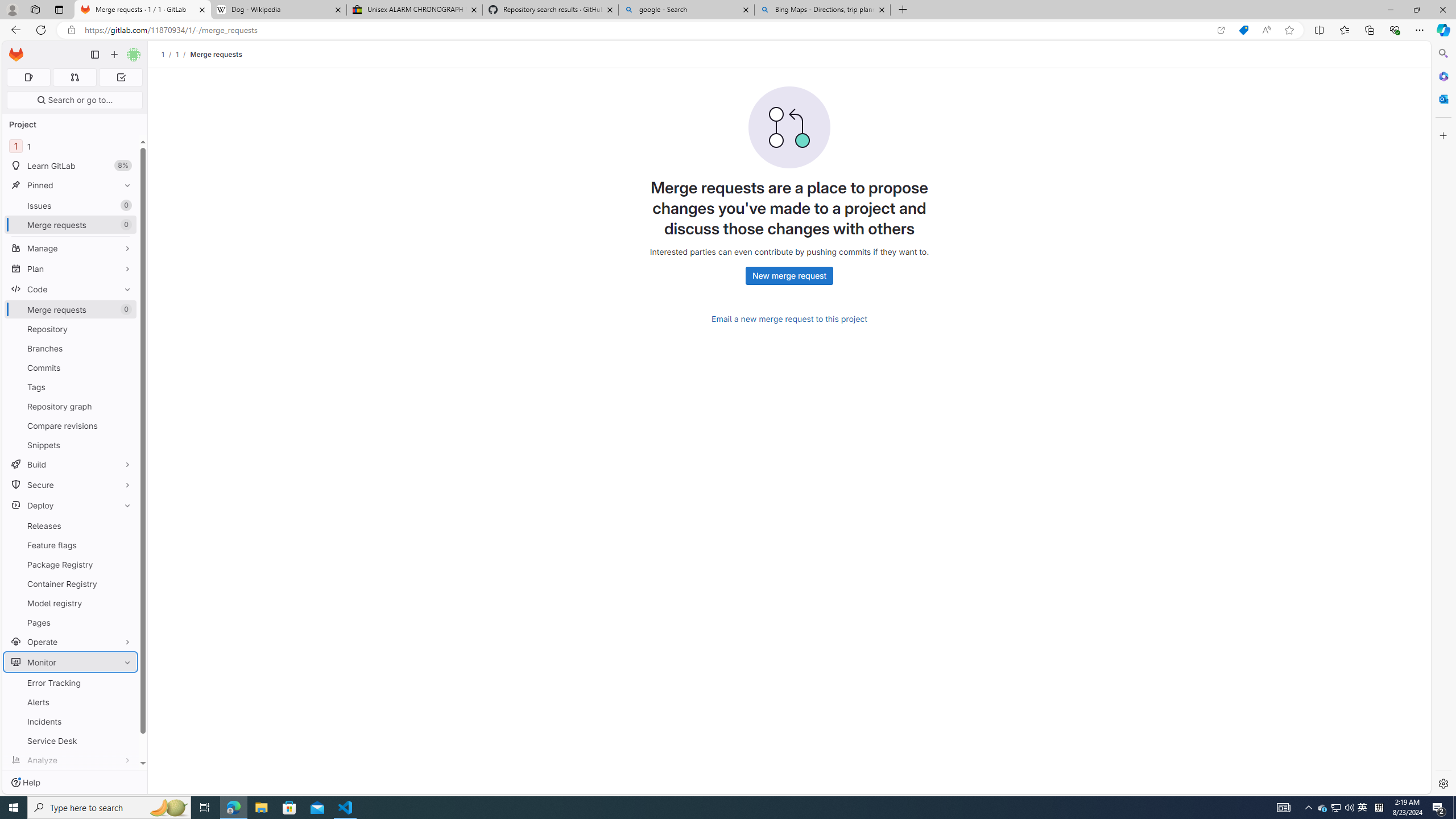 This screenshot has width=1456, height=819. What do you see at coordinates (70, 641) in the screenshot?
I see `'Operate'` at bounding box center [70, 641].